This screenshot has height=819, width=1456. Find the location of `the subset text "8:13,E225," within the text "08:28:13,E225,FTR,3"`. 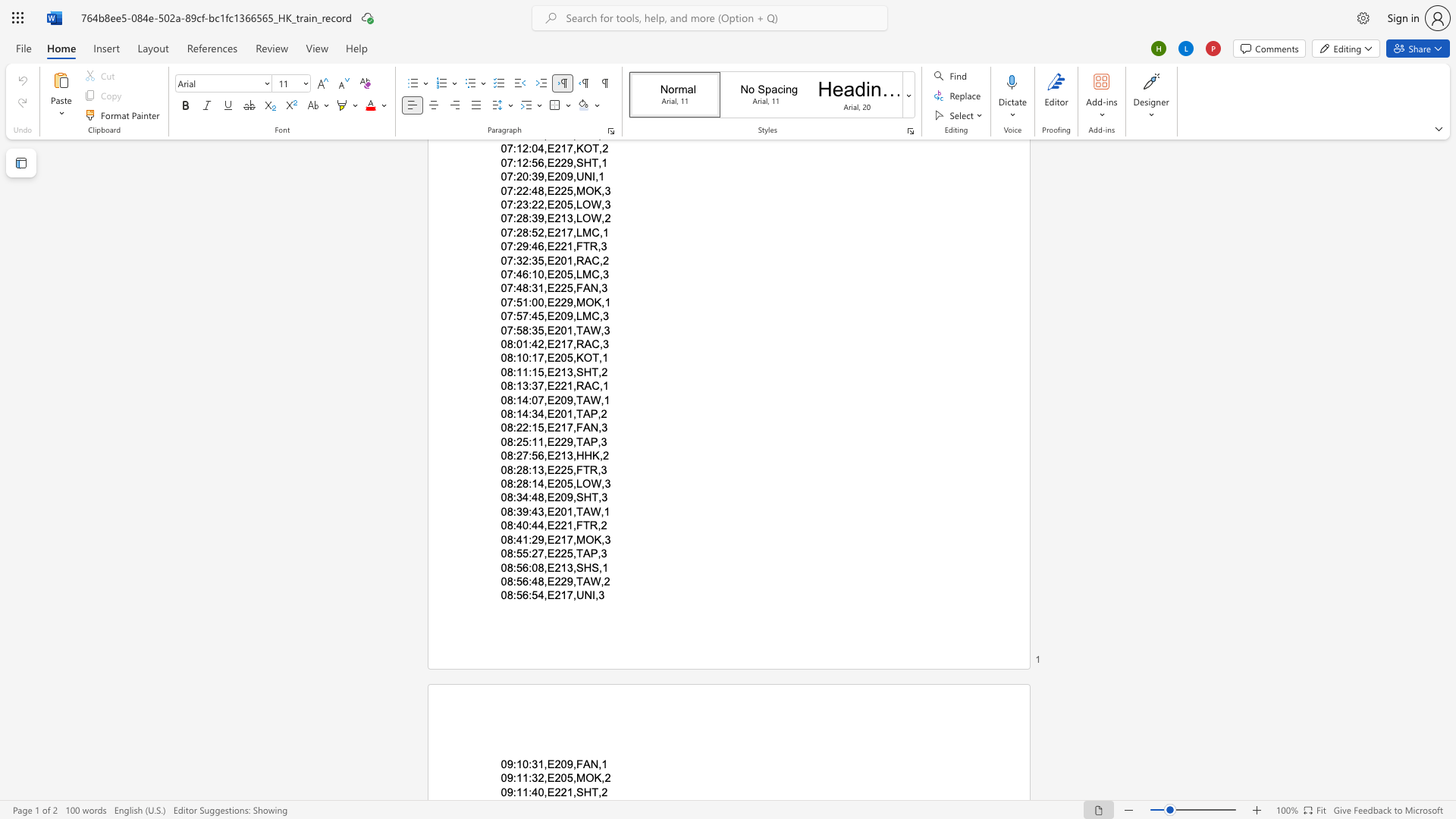

the subset text "8:13,E225," within the text "08:28:13,E225,FTR,3" is located at coordinates (522, 469).